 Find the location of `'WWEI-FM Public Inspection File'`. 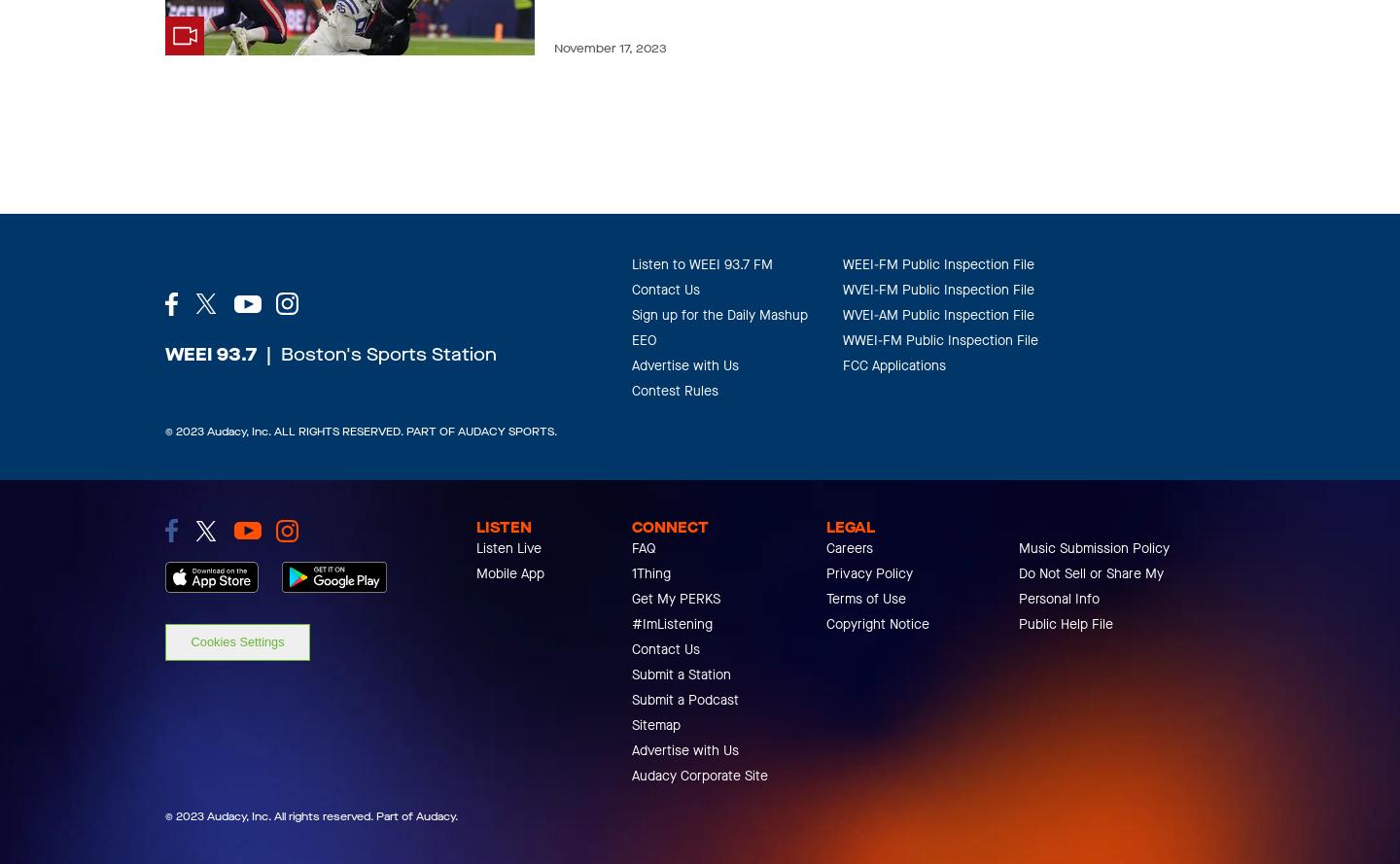

'WWEI-FM Public Inspection File' is located at coordinates (939, 339).